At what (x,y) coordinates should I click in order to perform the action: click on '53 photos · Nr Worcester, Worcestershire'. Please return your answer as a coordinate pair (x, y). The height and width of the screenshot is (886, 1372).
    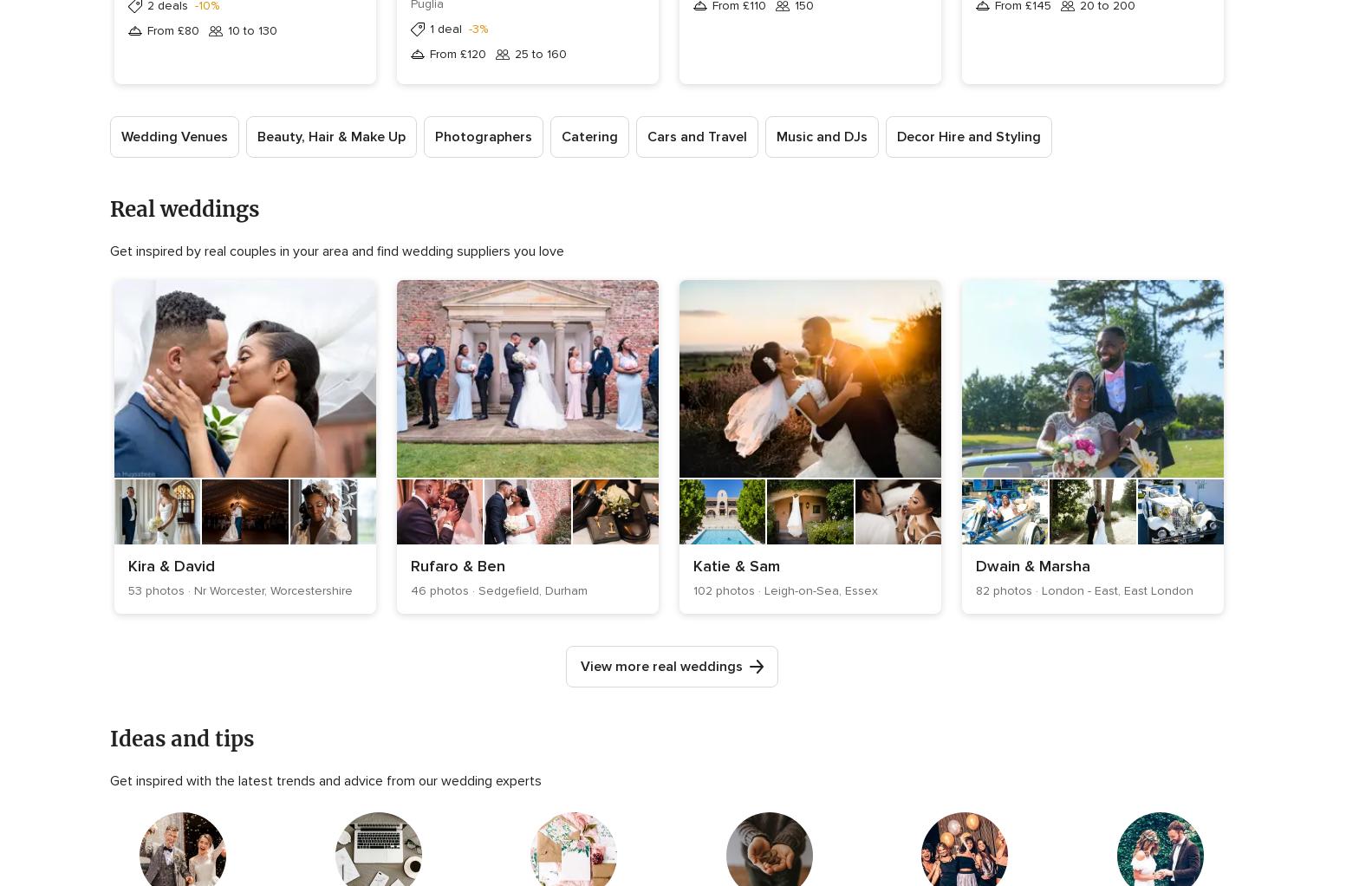
    Looking at the image, I should click on (240, 590).